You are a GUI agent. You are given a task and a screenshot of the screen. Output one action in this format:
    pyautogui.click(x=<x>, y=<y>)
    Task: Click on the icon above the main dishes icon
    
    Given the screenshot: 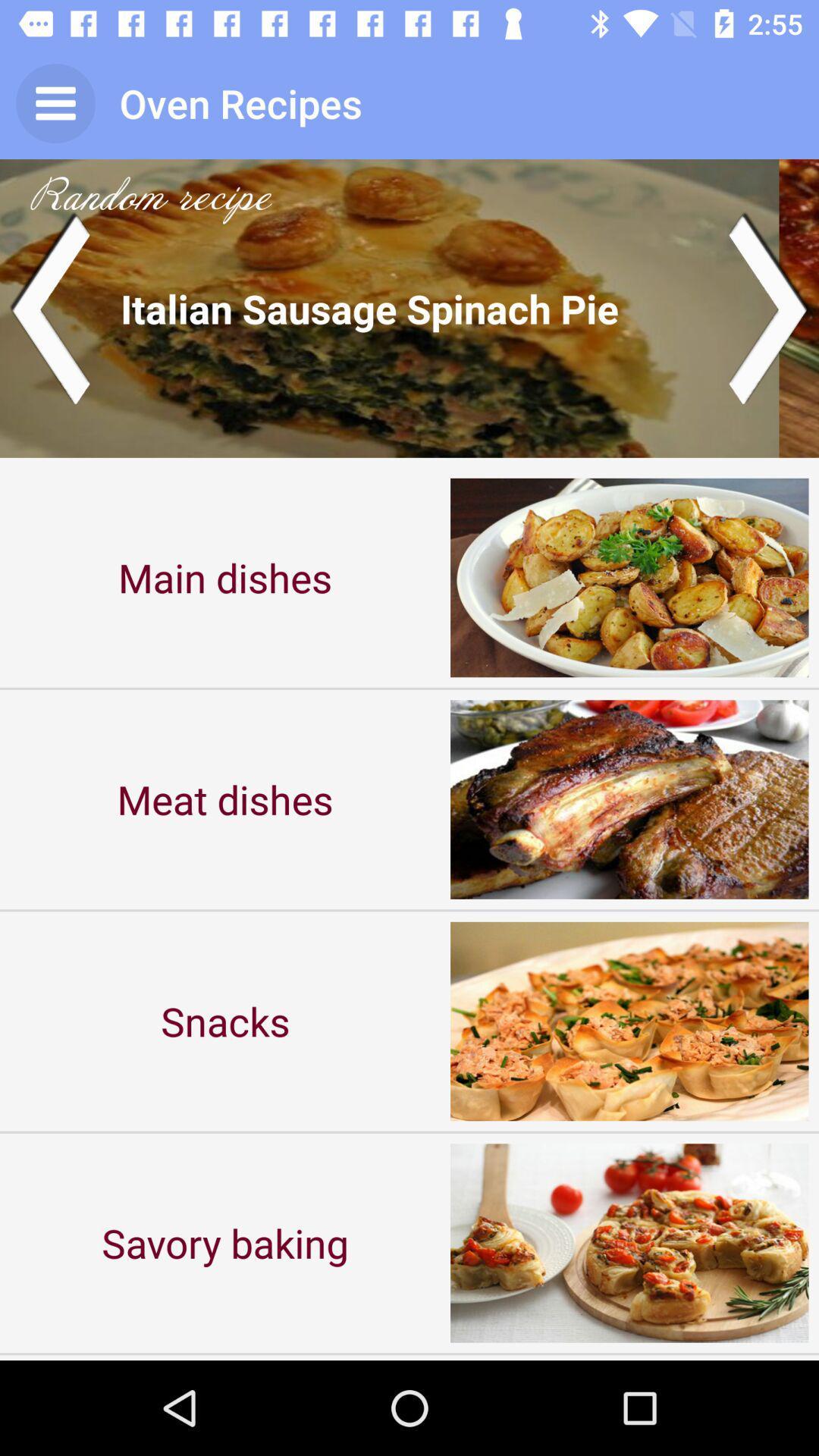 What is the action you would take?
    pyautogui.click(x=409, y=307)
    